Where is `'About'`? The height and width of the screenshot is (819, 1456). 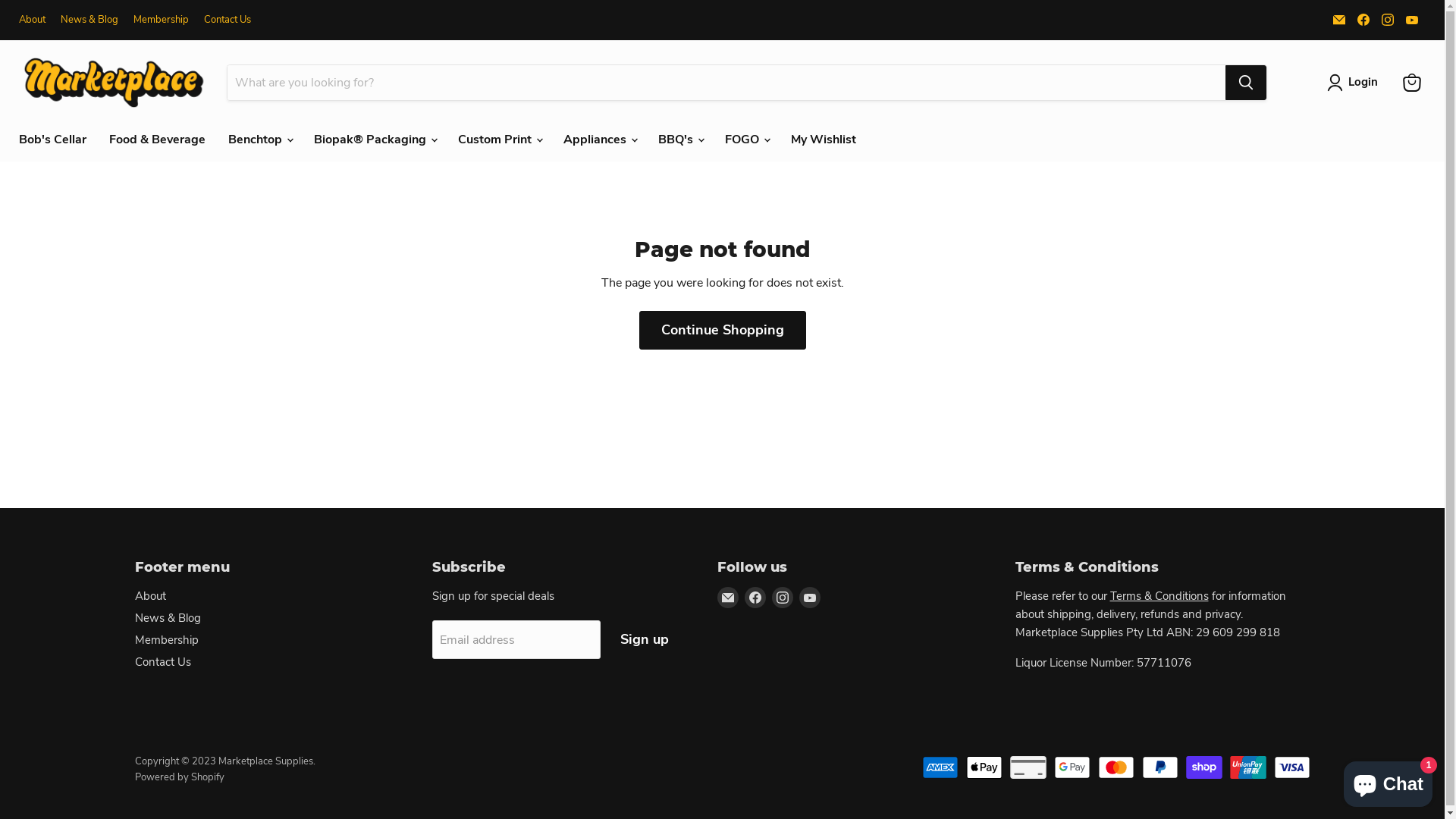
'About' is located at coordinates (32, 20).